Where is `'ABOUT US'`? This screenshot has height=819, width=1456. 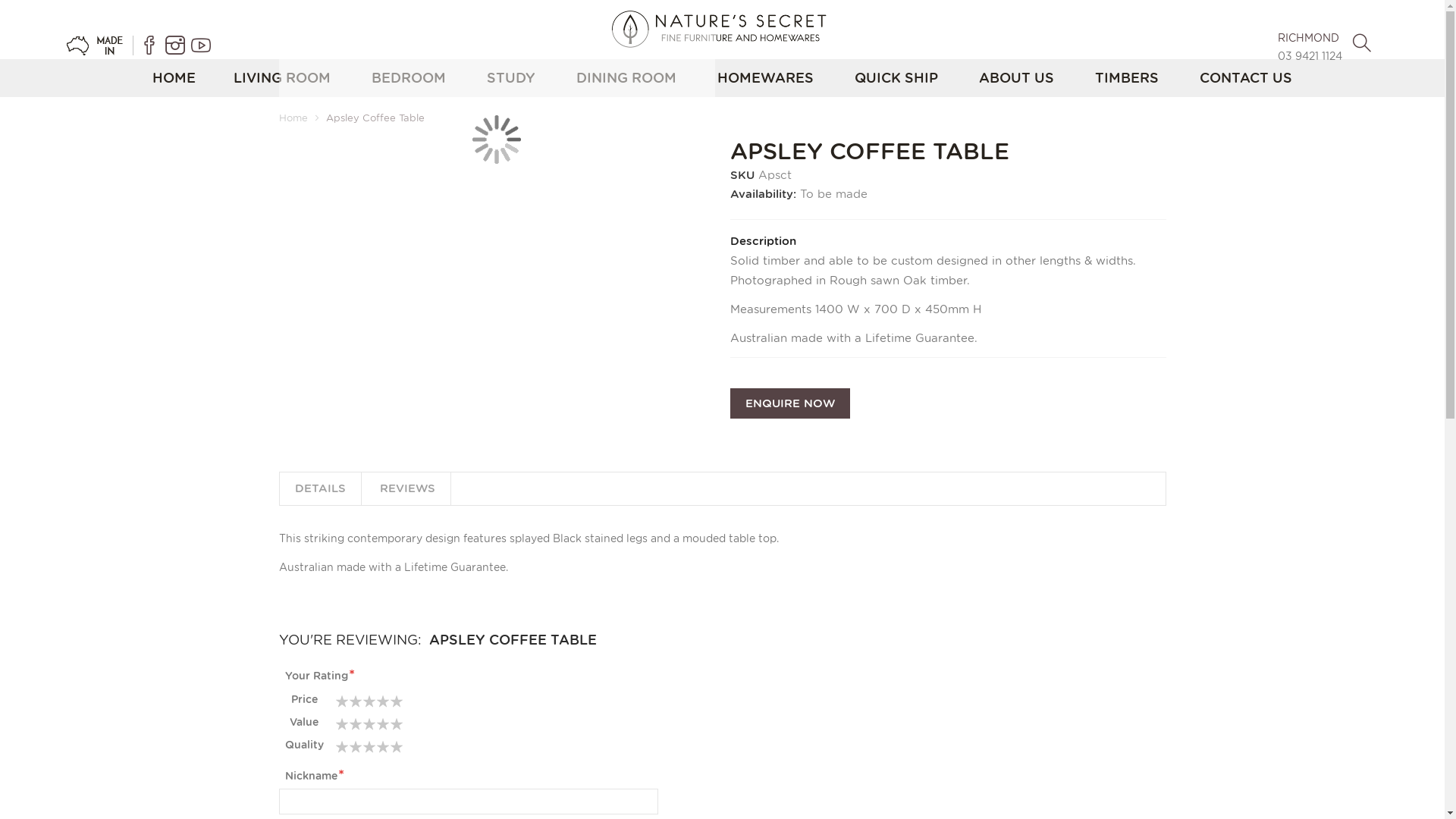
'ABOUT US' is located at coordinates (1016, 78).